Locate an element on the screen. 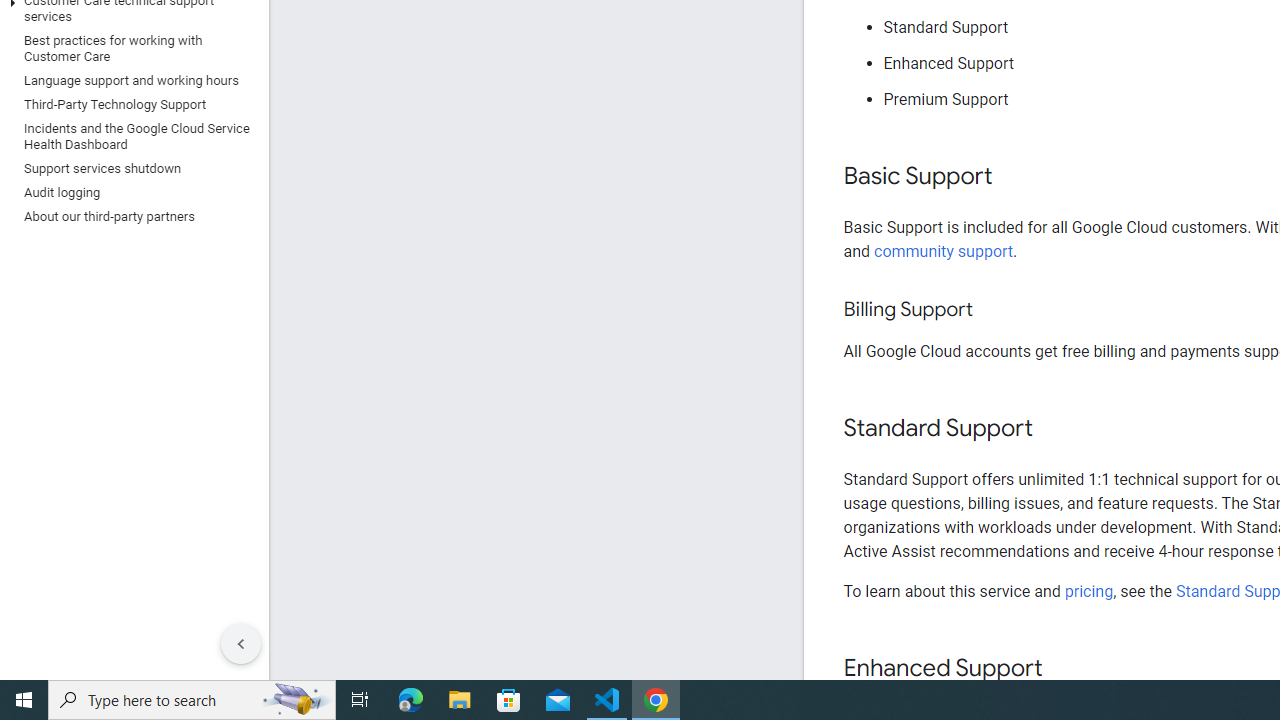  'About our third-party partners' is located at coordinates (129, 217).